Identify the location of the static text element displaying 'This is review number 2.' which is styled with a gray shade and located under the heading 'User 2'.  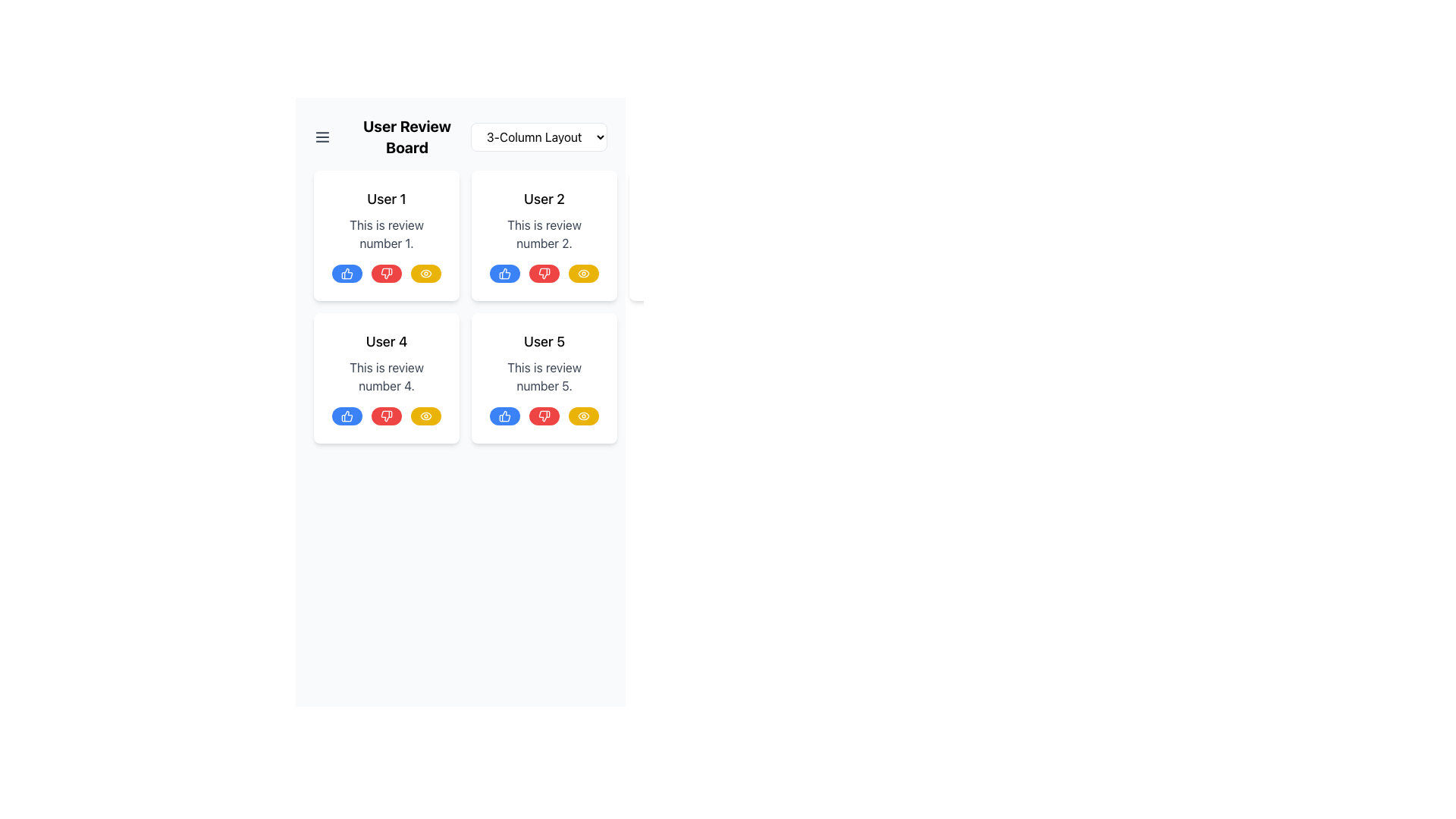
(544, 234).